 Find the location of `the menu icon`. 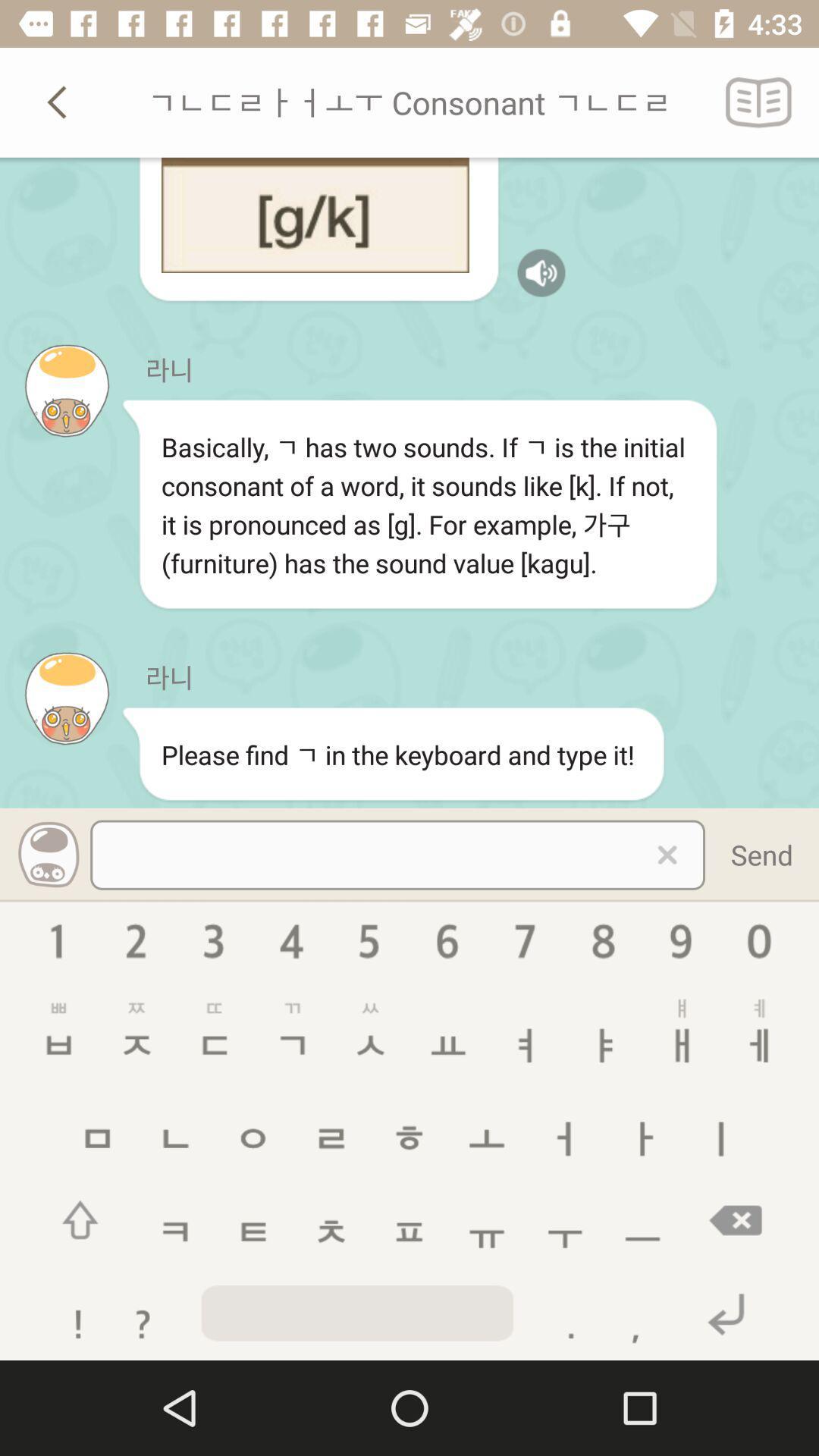

the menu icon is located at coordinates (330, 1127).